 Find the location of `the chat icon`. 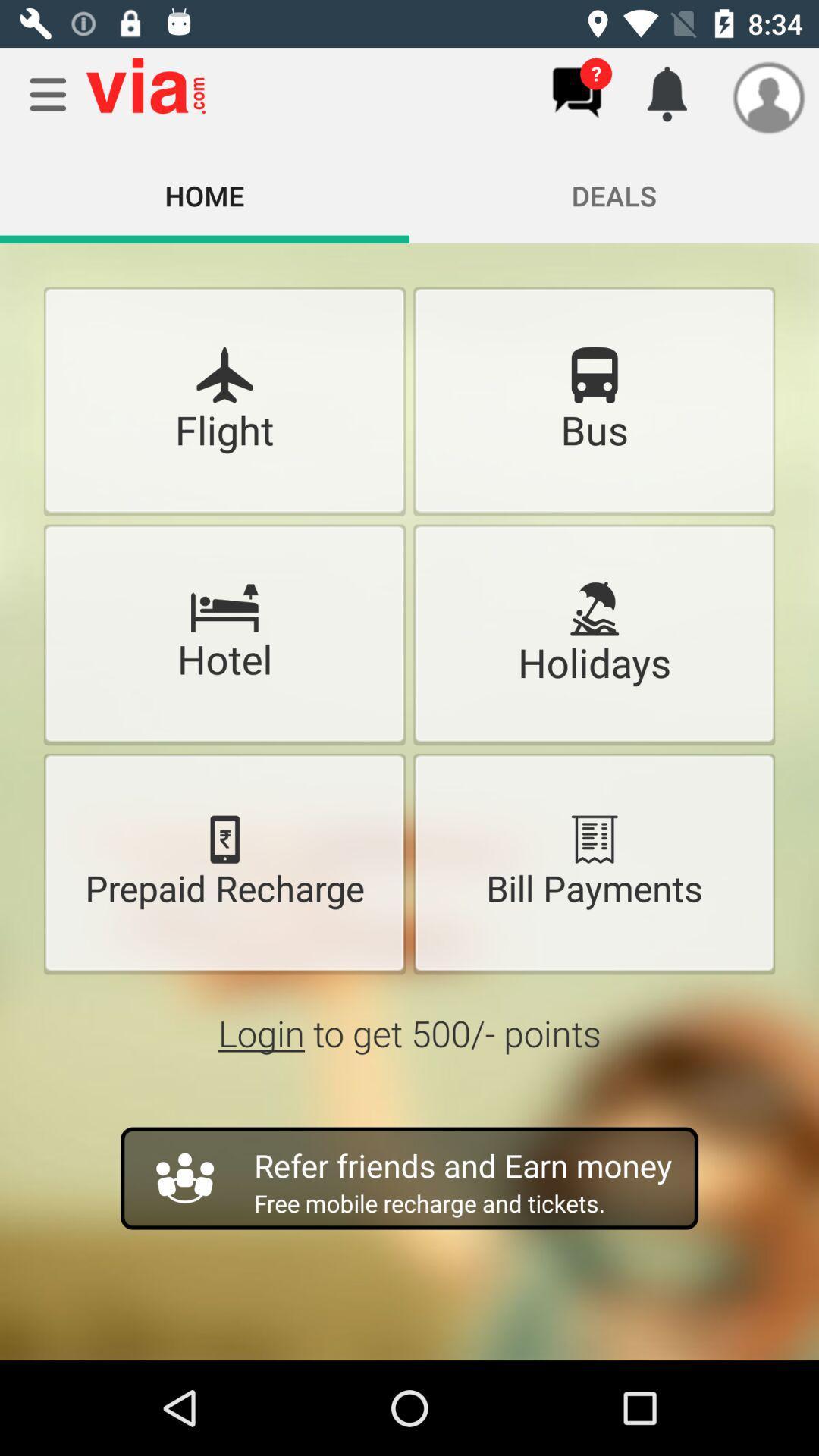

the chat icon is located at coordinates (576, 92).